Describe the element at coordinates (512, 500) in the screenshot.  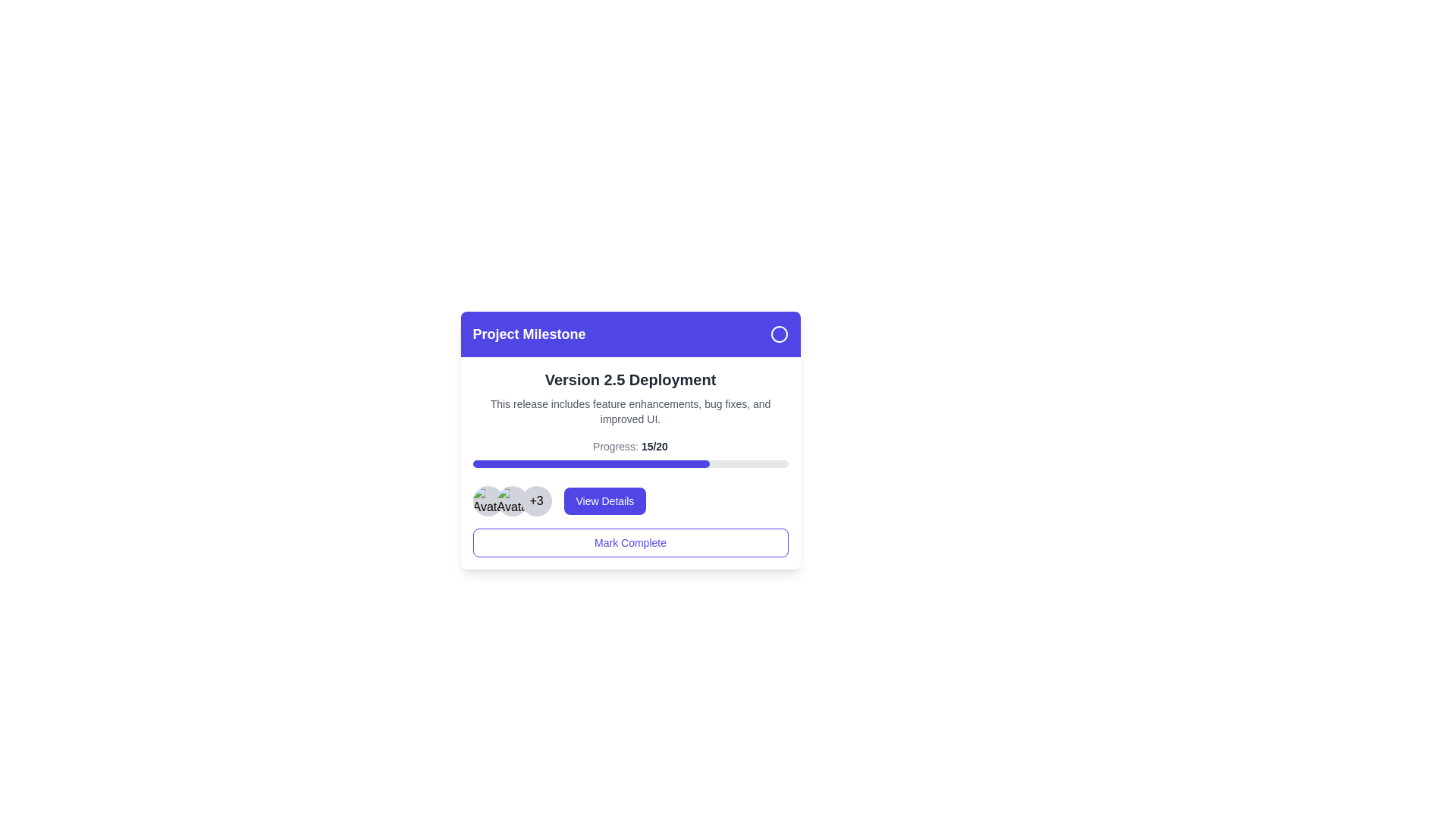
I see `the third circular icon indicating additional members or entities, labeled '+3', located in the 'View Details' section below the progress bar` at that location.